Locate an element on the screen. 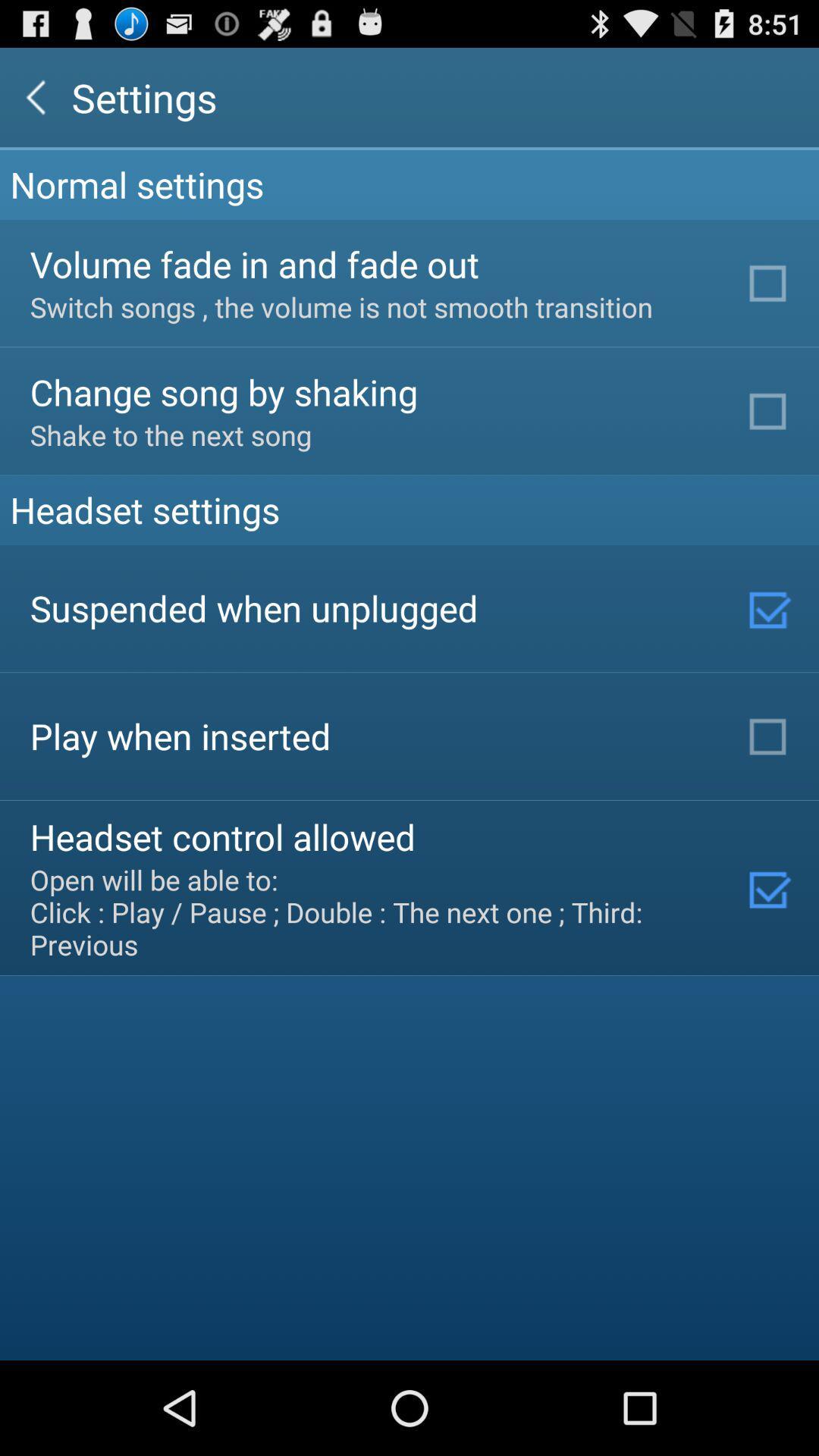 The width and height of the screenshot is (819, 1456). the arrow_backward icon is located at coordinates (35, 103).